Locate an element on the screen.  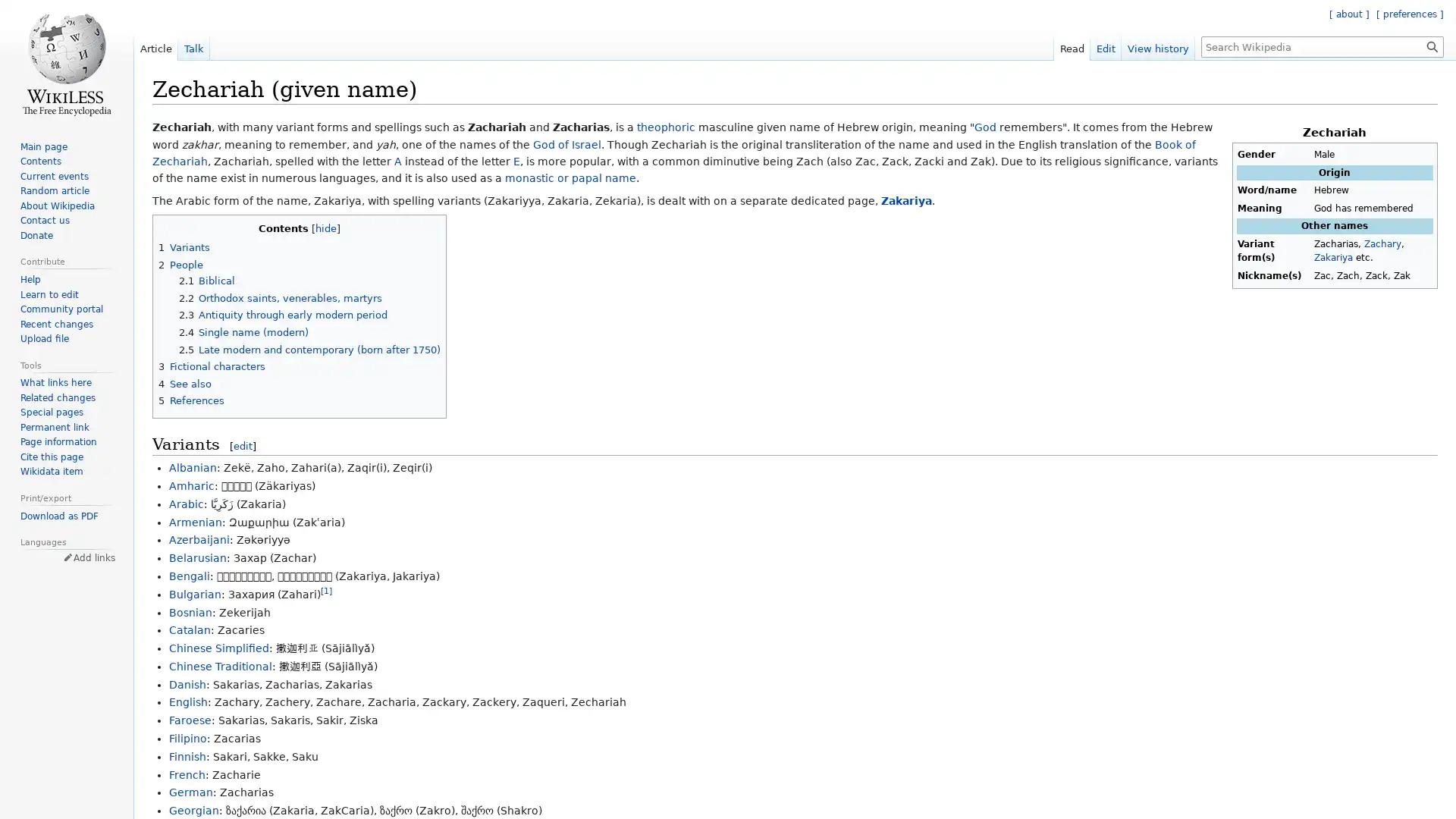
Go is located at coordinates (1432, 45).